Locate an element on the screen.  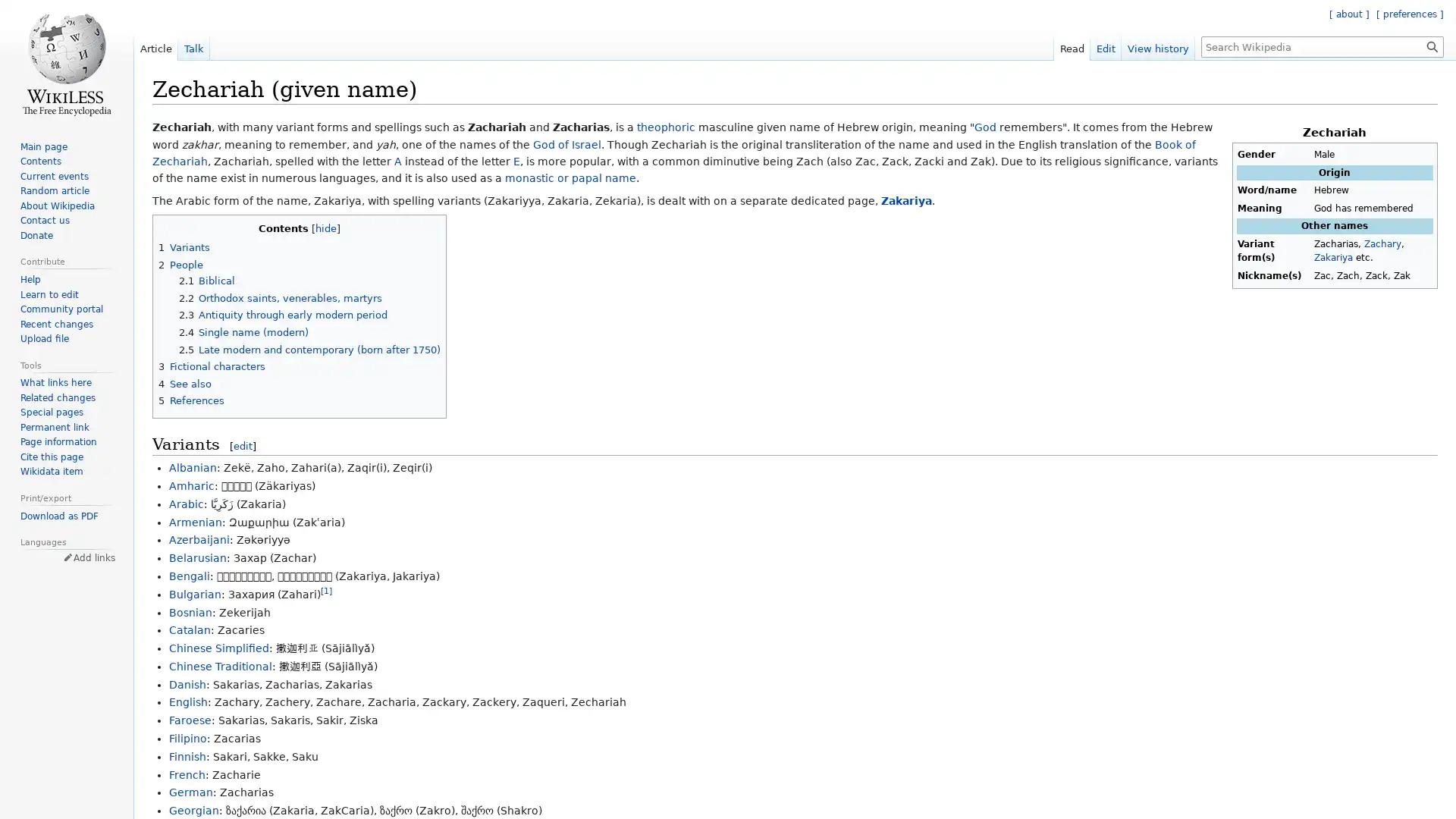
Go is located at coordinates (1432, 45).